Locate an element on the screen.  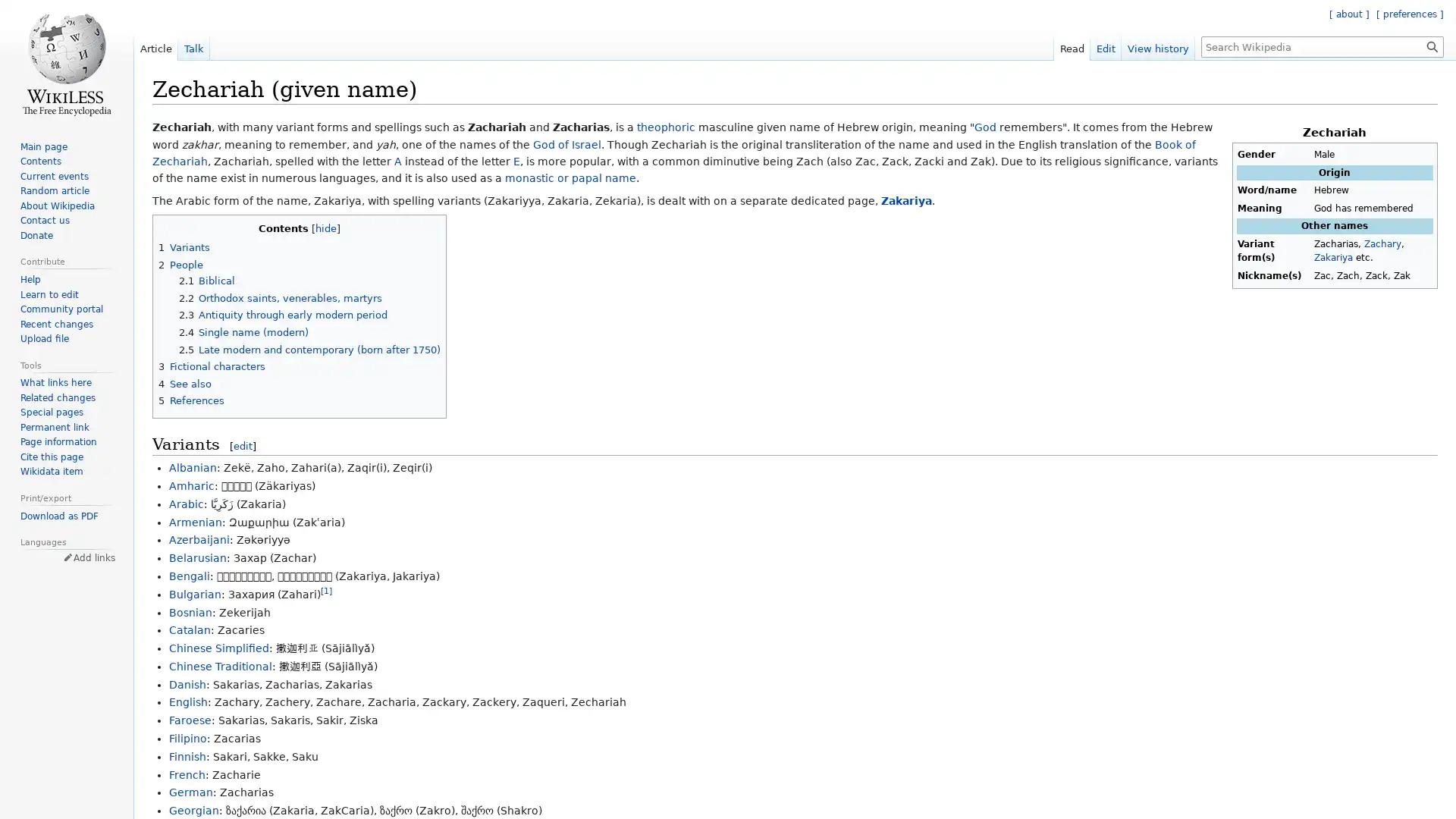
Go is located at coordinates (1432, 45).